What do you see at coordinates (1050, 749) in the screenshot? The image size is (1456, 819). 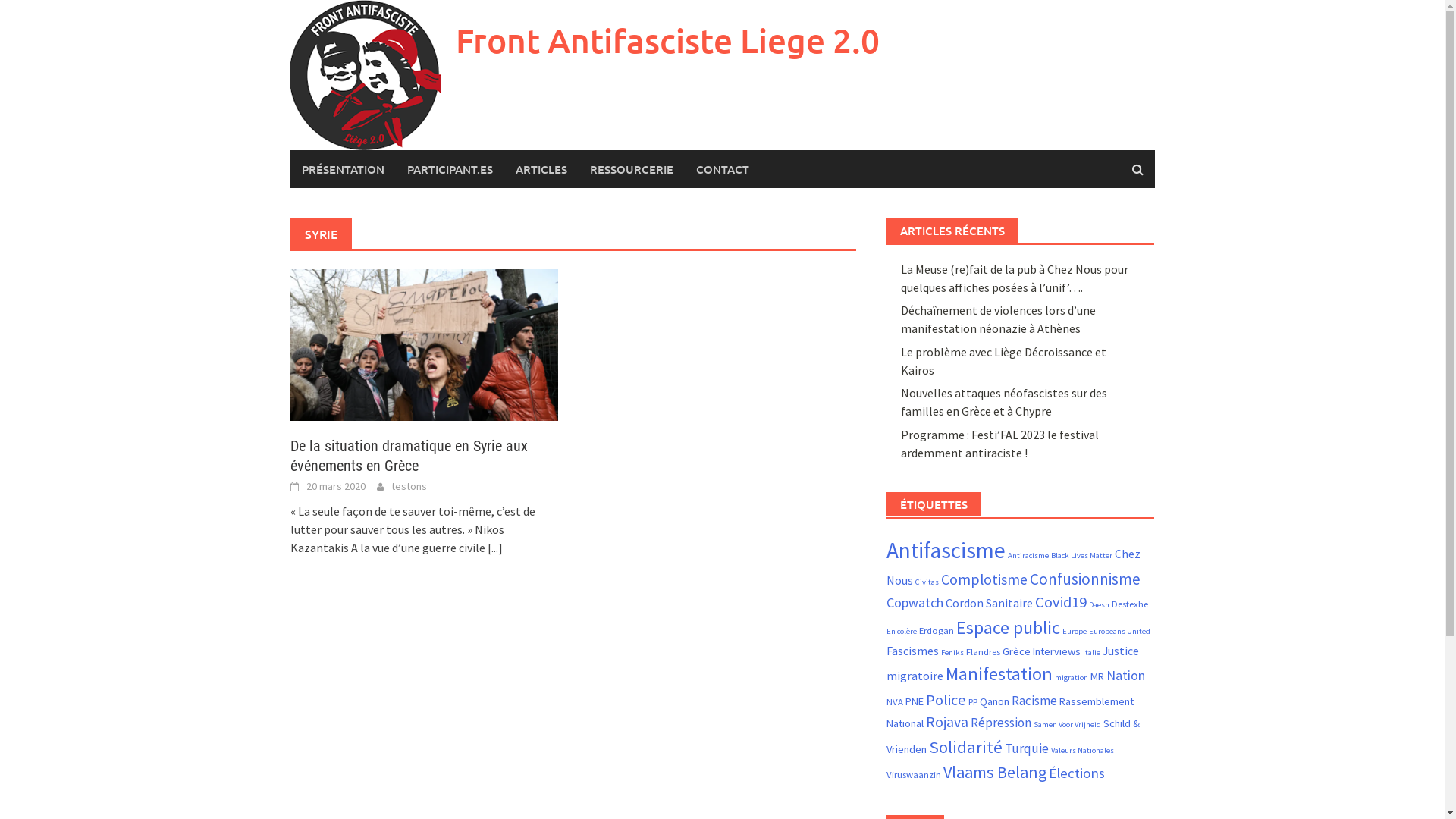 I see `'Valeurs Nationales'` at bounding box center [1050, 749].